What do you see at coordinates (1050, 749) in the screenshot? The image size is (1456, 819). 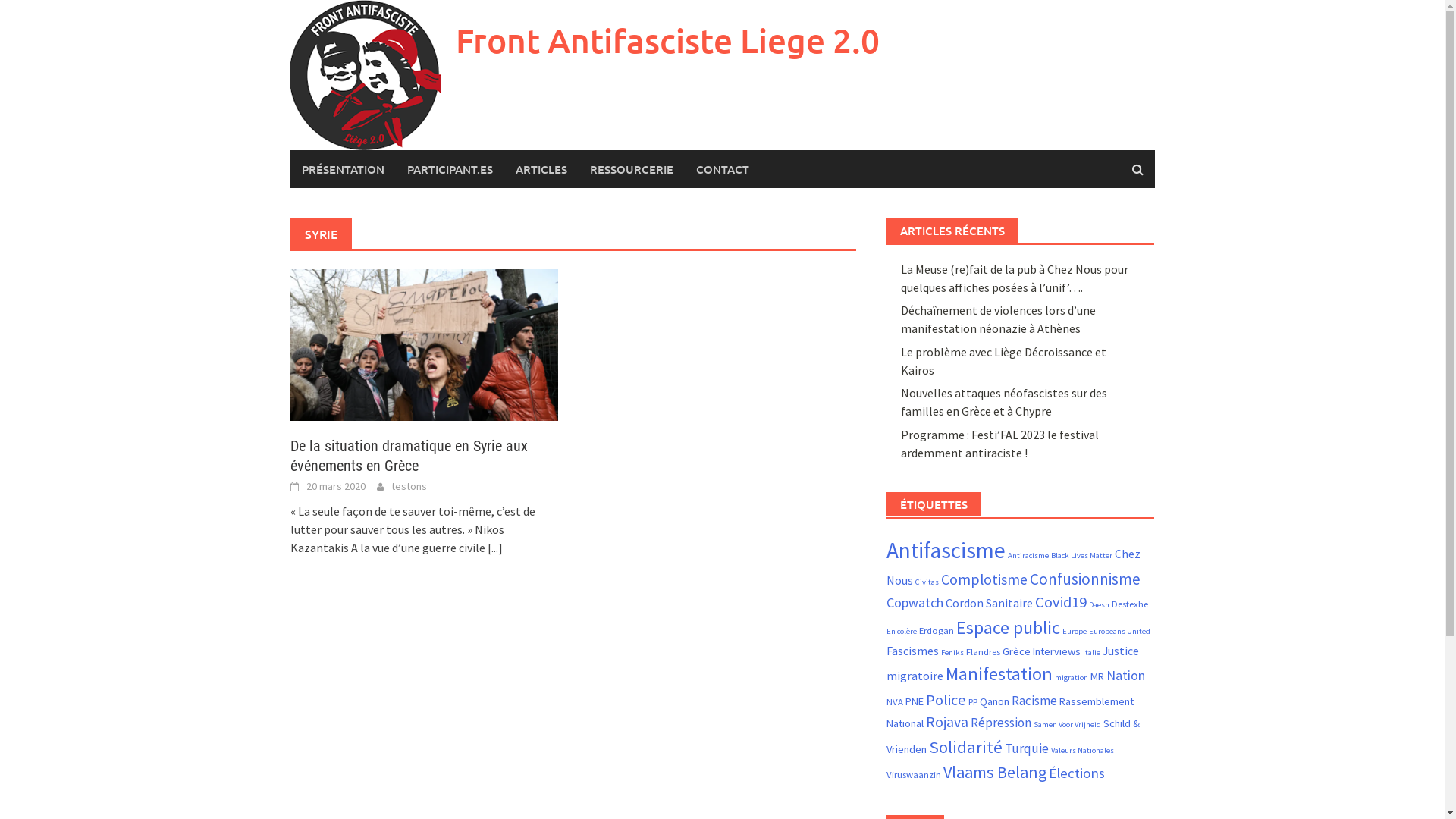 I see `'Valeurs Nationales'` at bounding box center [1050, 749].